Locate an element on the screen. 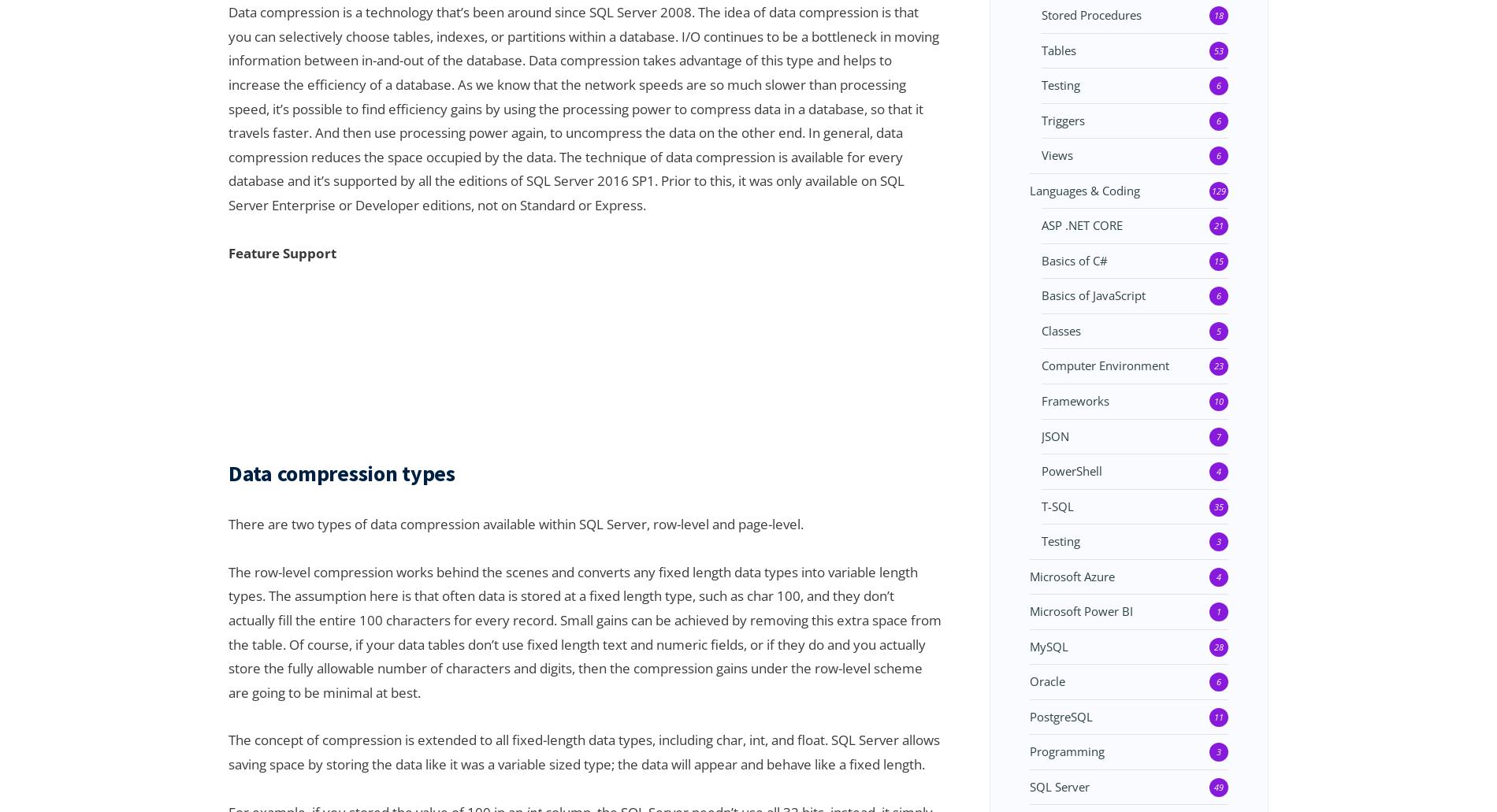 The image size is (1497, 812). 'ASP .NET CORE' is located at coordinates (1041, 224).